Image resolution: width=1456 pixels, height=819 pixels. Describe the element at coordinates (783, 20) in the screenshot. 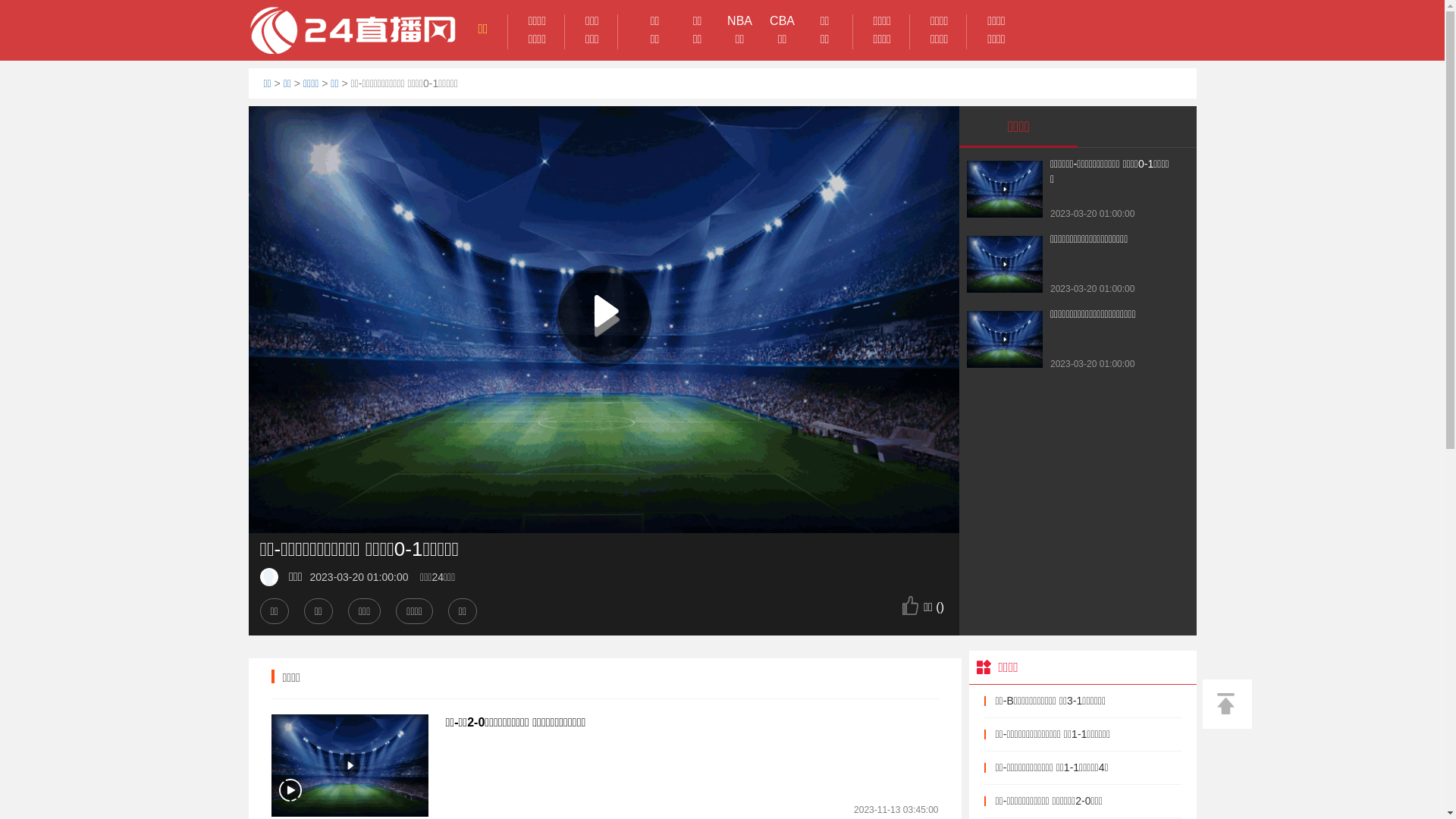

I see `'CBA'` at that location.